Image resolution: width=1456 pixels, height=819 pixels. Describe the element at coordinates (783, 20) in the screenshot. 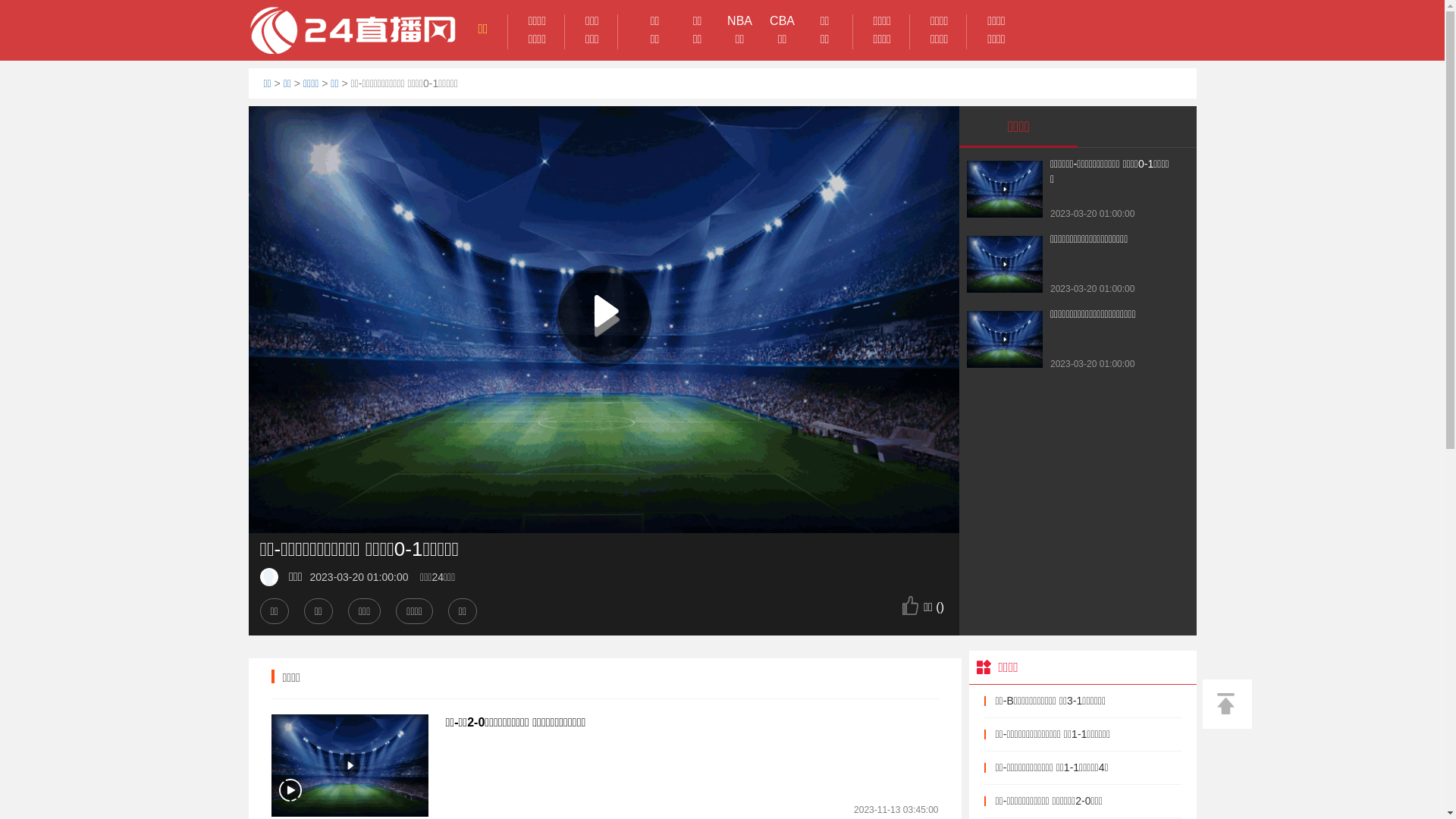

I see `'CBA'` at that location.